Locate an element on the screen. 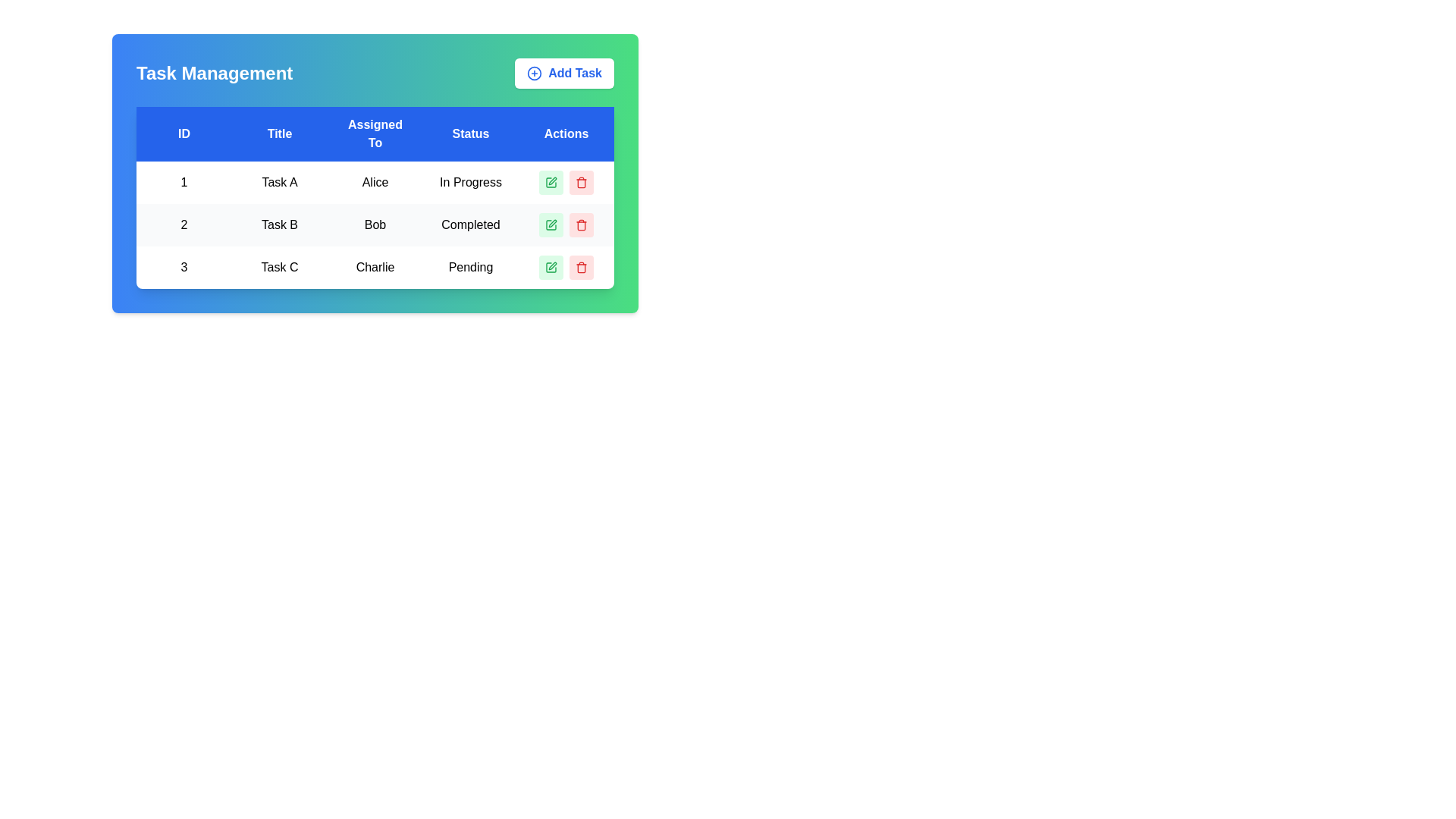  the 'Actions' text label, which is displayed in bold white font on a blue background and located at the far-right of the header row of the table is located at coordinates (566, 133).